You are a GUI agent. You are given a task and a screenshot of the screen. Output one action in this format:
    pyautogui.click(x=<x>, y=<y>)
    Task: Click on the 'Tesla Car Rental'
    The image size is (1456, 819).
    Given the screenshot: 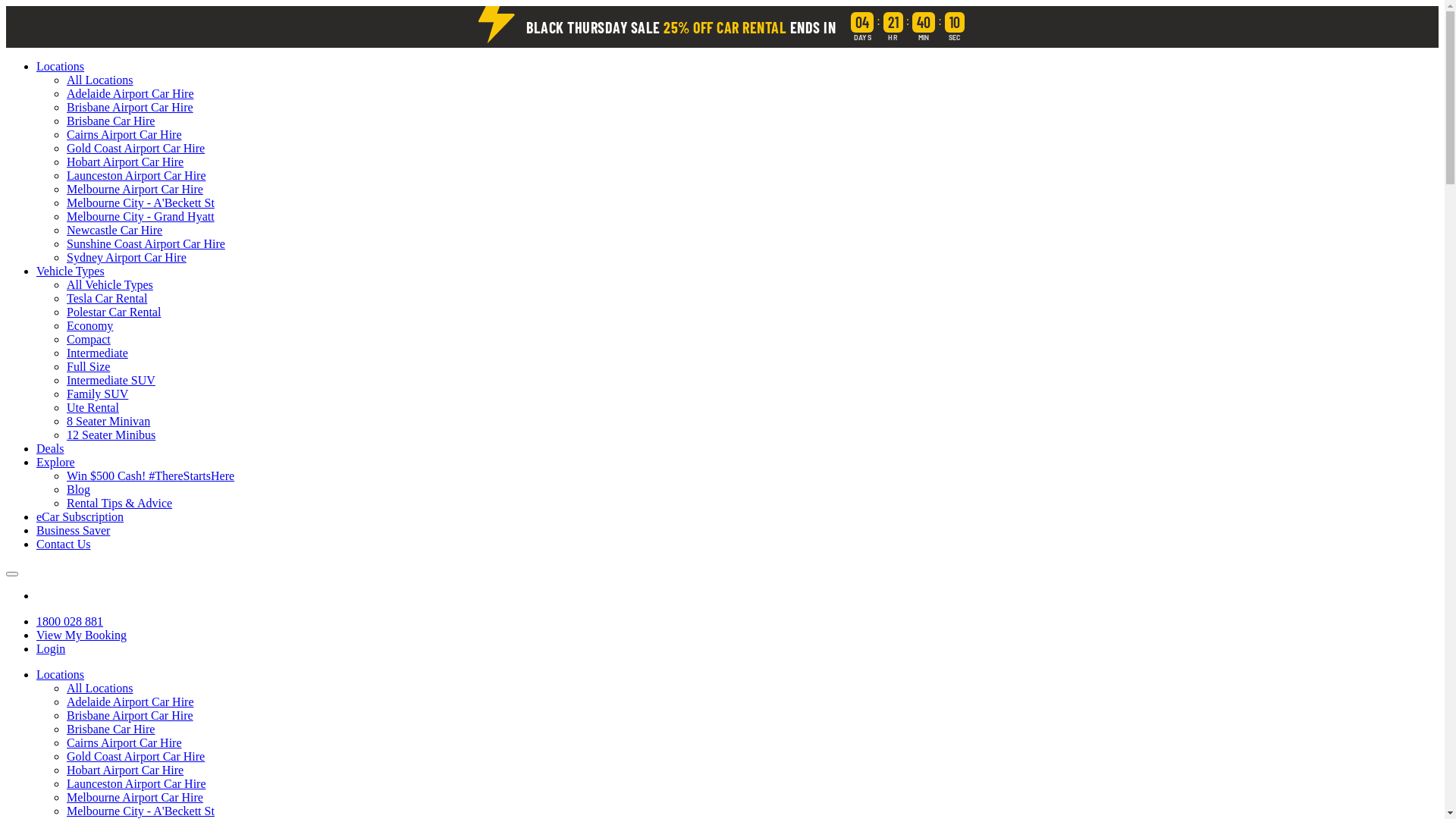 What is the action you would take?
    pyautogui.click(x=105, y=298)
    